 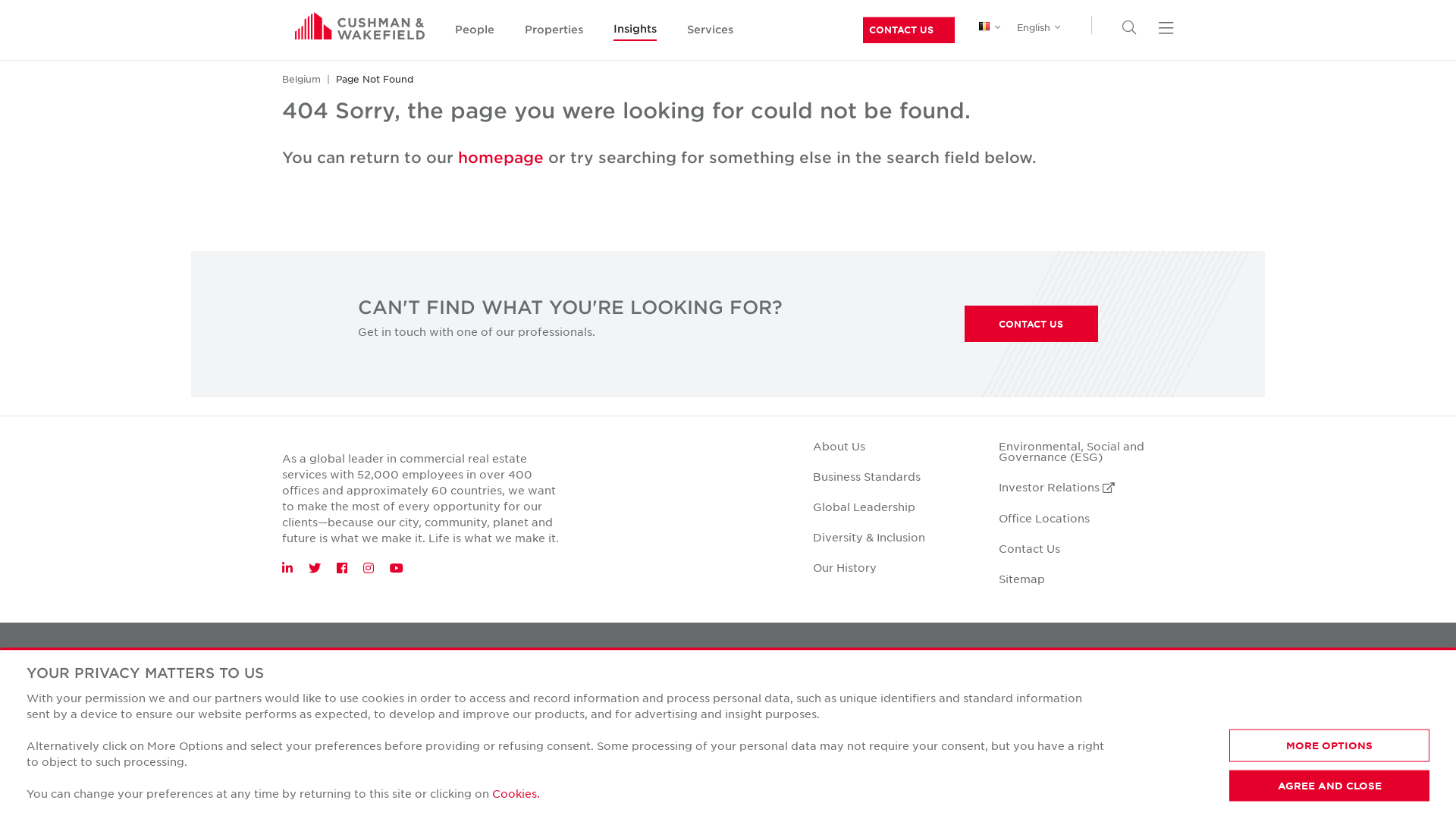 I want to click on 'Belgium', so click(x=301, y=79).